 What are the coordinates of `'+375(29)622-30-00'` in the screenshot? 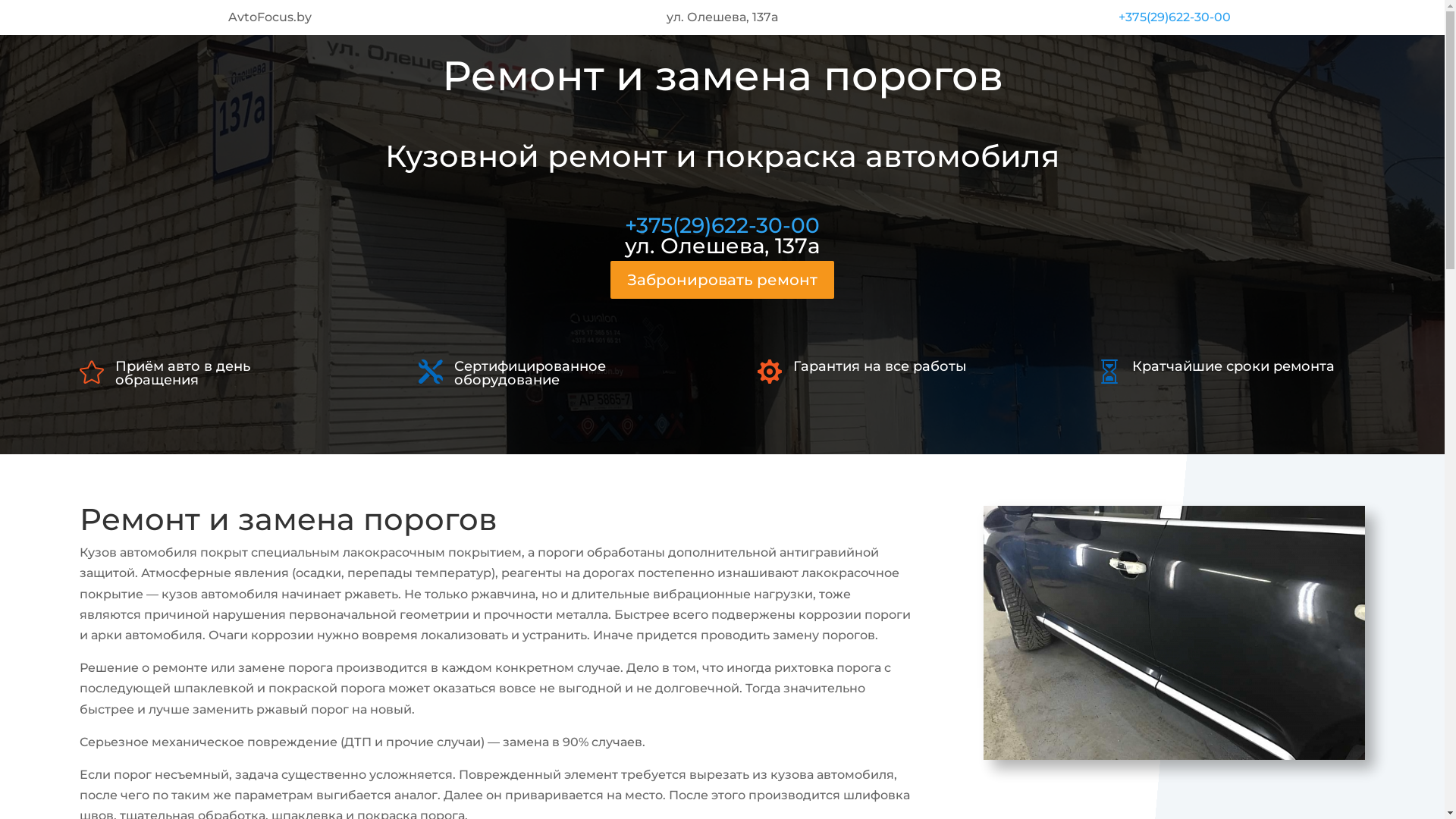 It's located at (1174, 17).